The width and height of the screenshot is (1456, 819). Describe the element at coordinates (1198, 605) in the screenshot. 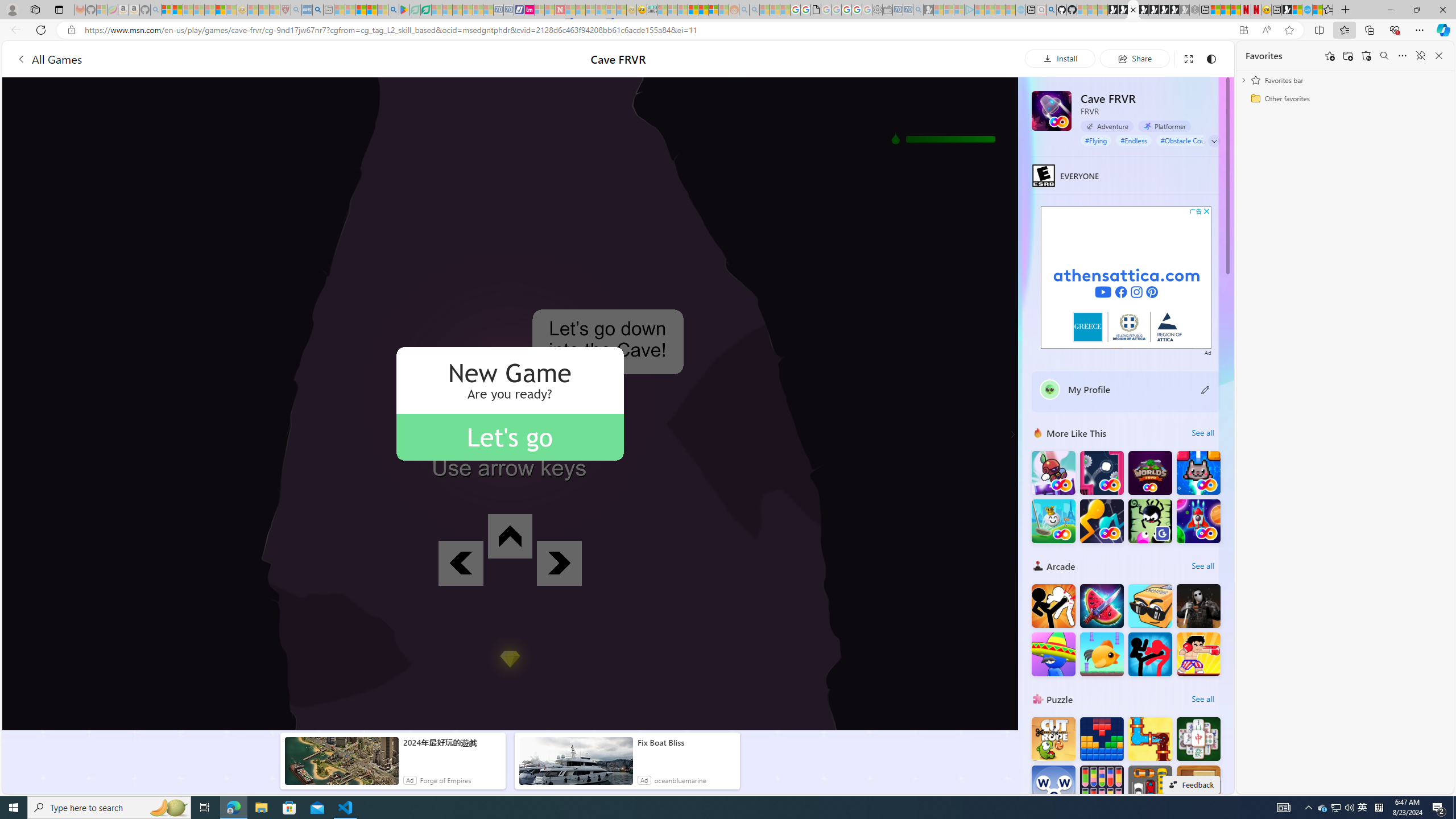

I see `'Hunter Hitman'` at that location.